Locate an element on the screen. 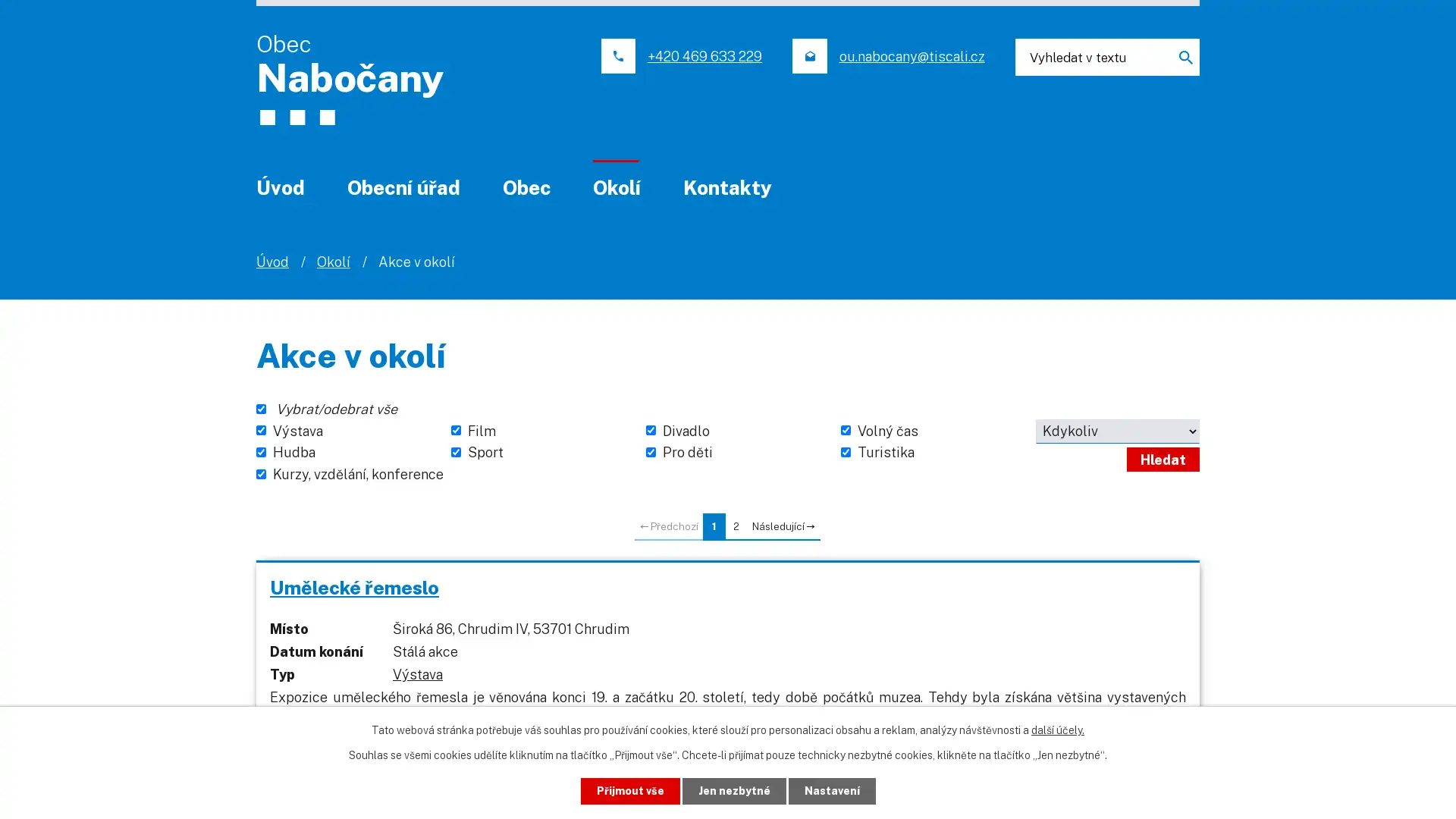 The image size is (1456, 819). Hledat is located at coordinates (1163, 458).